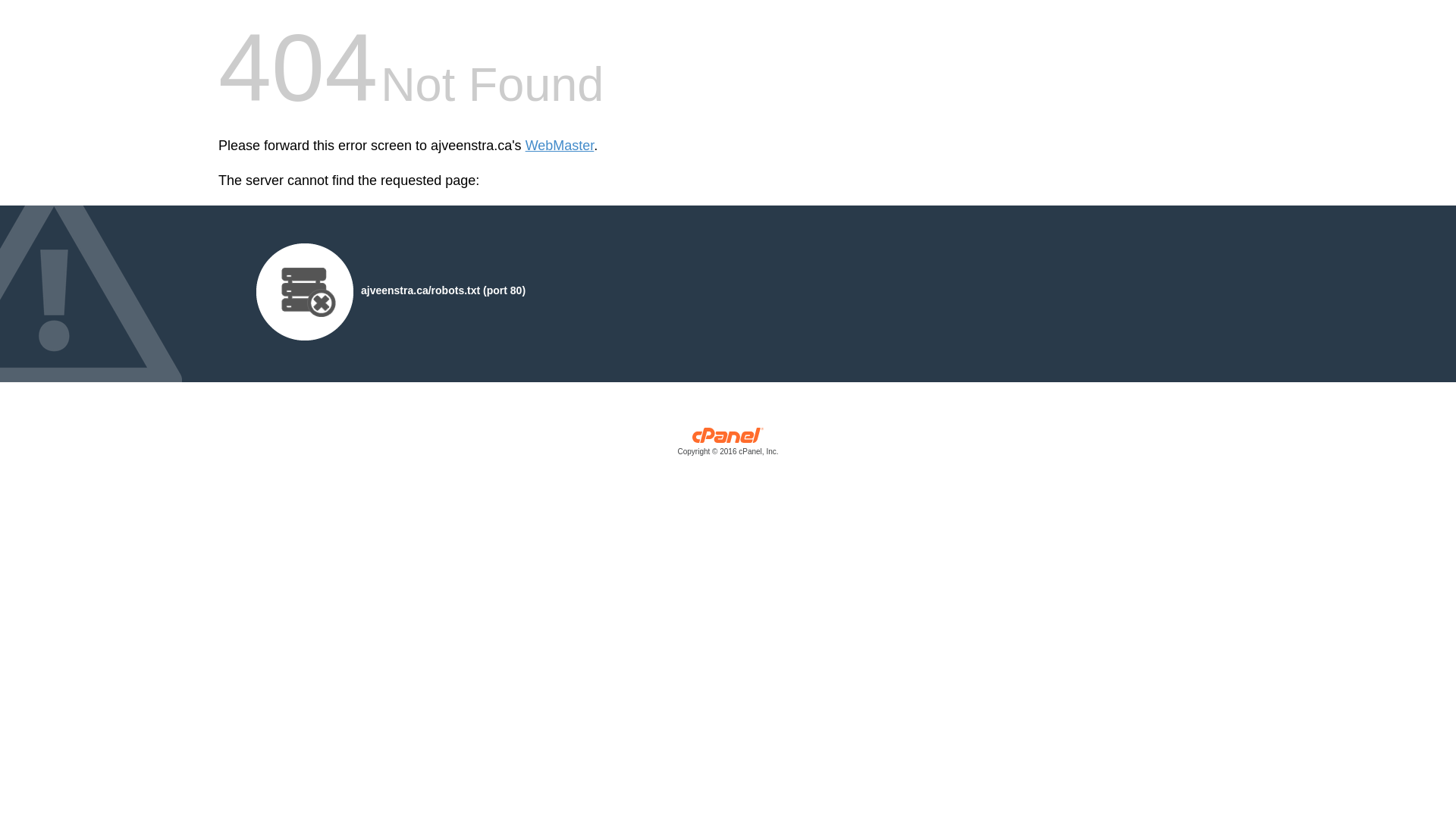 The width and height of the screenshot is (1456, 819). I want to click on 'WebMaster', so click(525, 146).